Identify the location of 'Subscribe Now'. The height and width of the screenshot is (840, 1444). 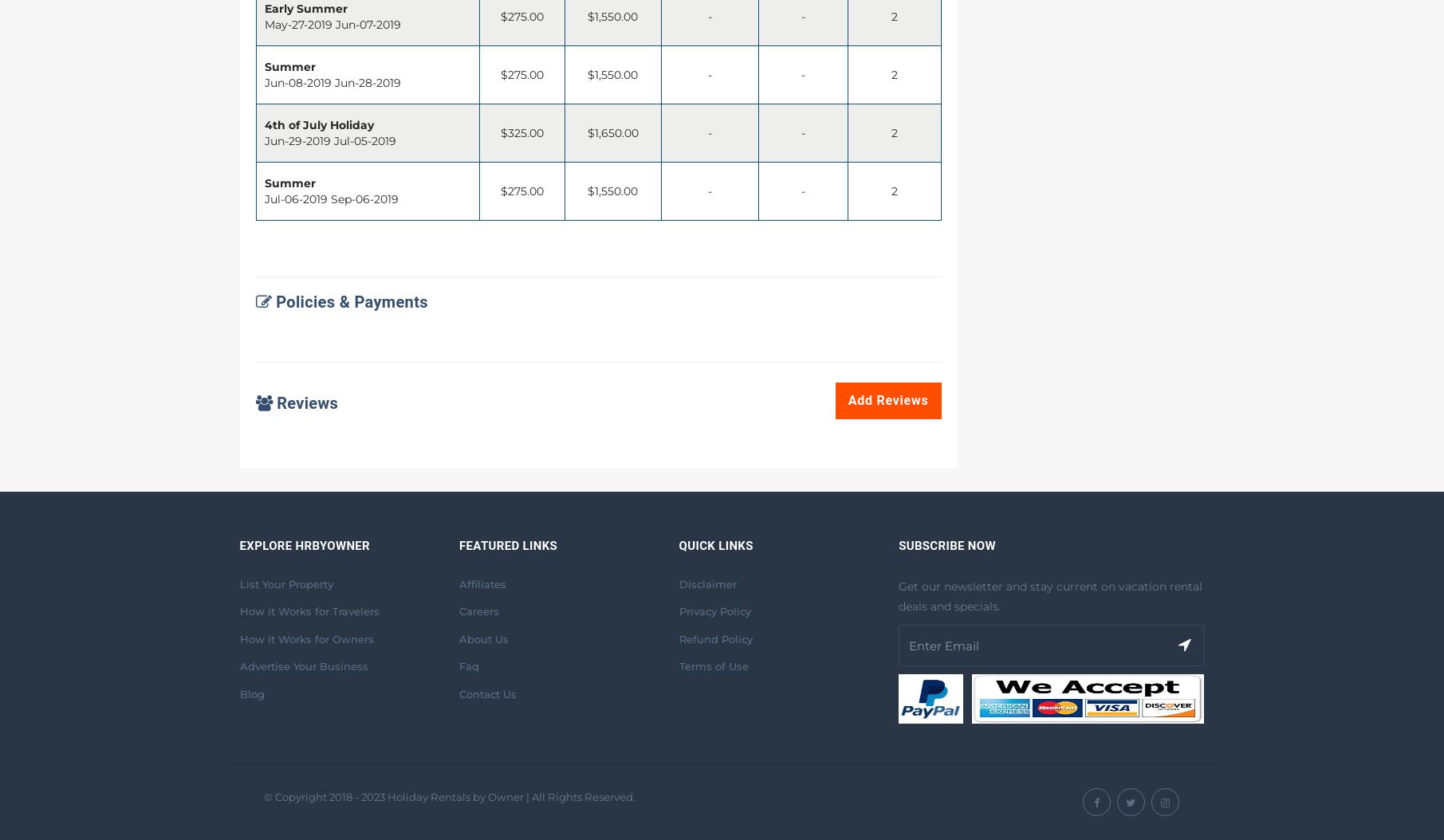
(946, 545).